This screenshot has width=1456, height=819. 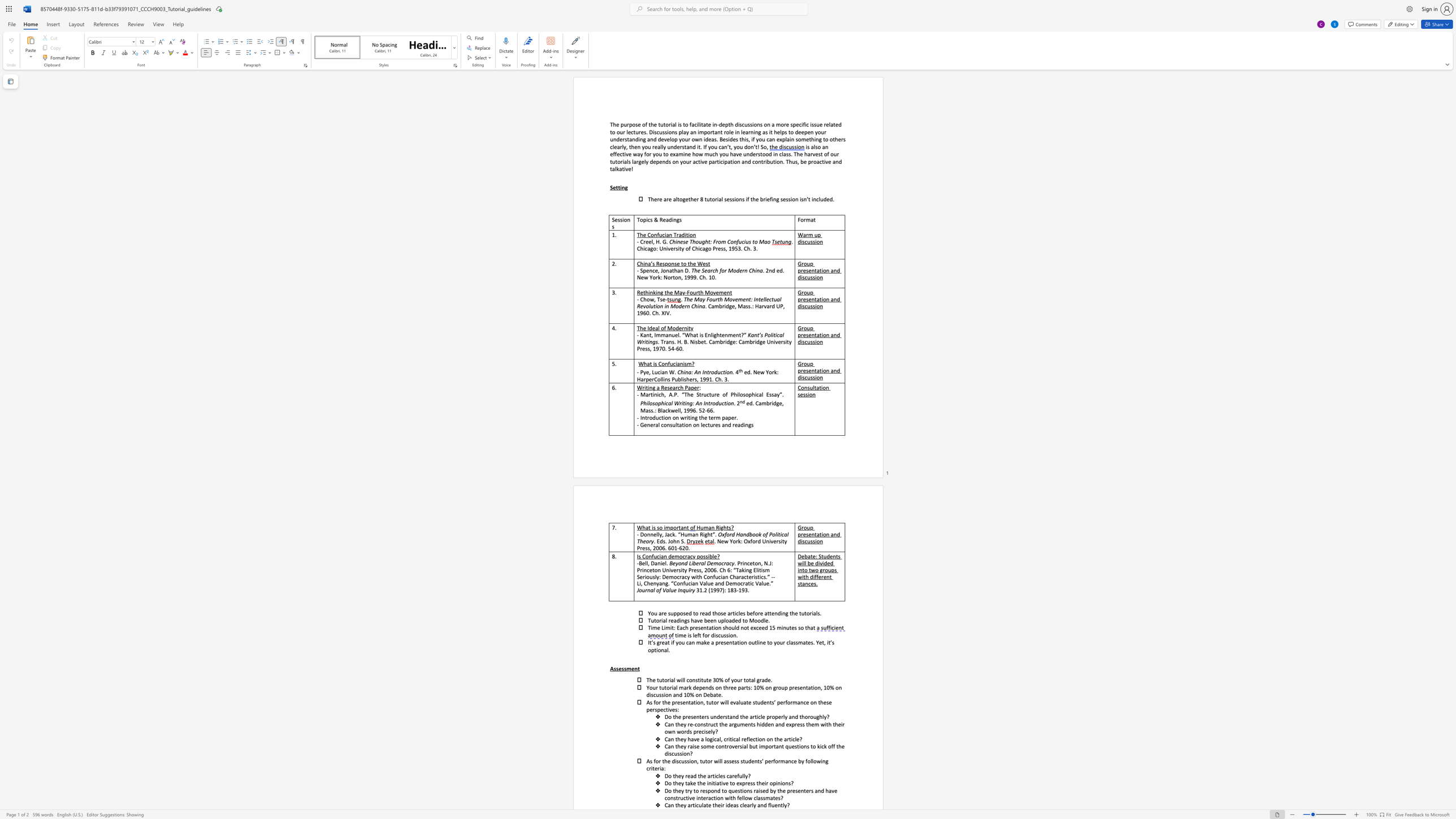 I want to click on the subset text "ing" within the text "Rethinking the May-Fourth Movement", so click(x=655, y=292).